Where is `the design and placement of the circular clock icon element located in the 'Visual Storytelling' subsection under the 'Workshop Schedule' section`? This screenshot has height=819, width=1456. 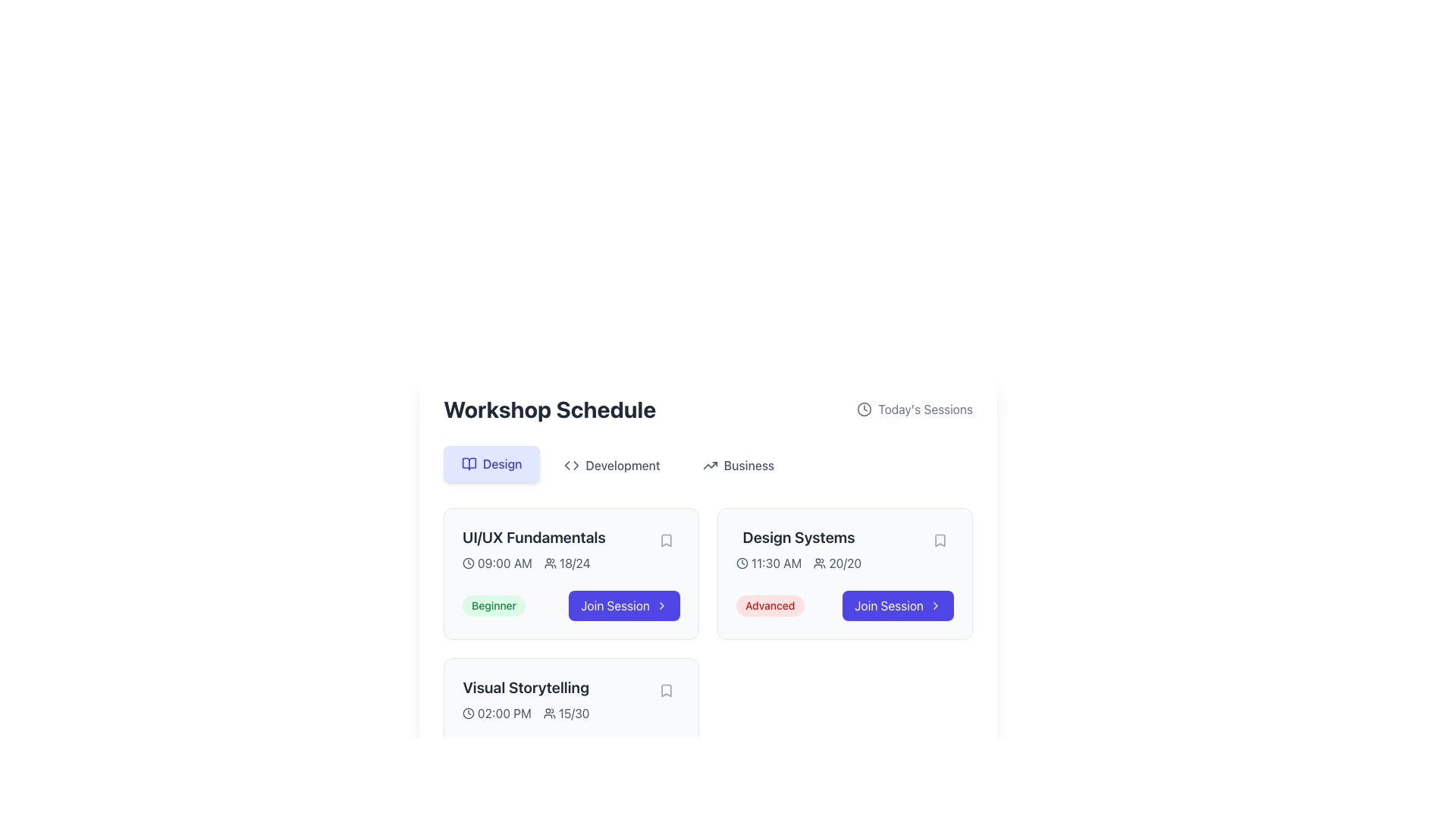 the design and placement of the circular clock icon element located in the 'Visual Storytelling' subsection under the 'Workshop Schedule' section is located at coordinates (468, 714).